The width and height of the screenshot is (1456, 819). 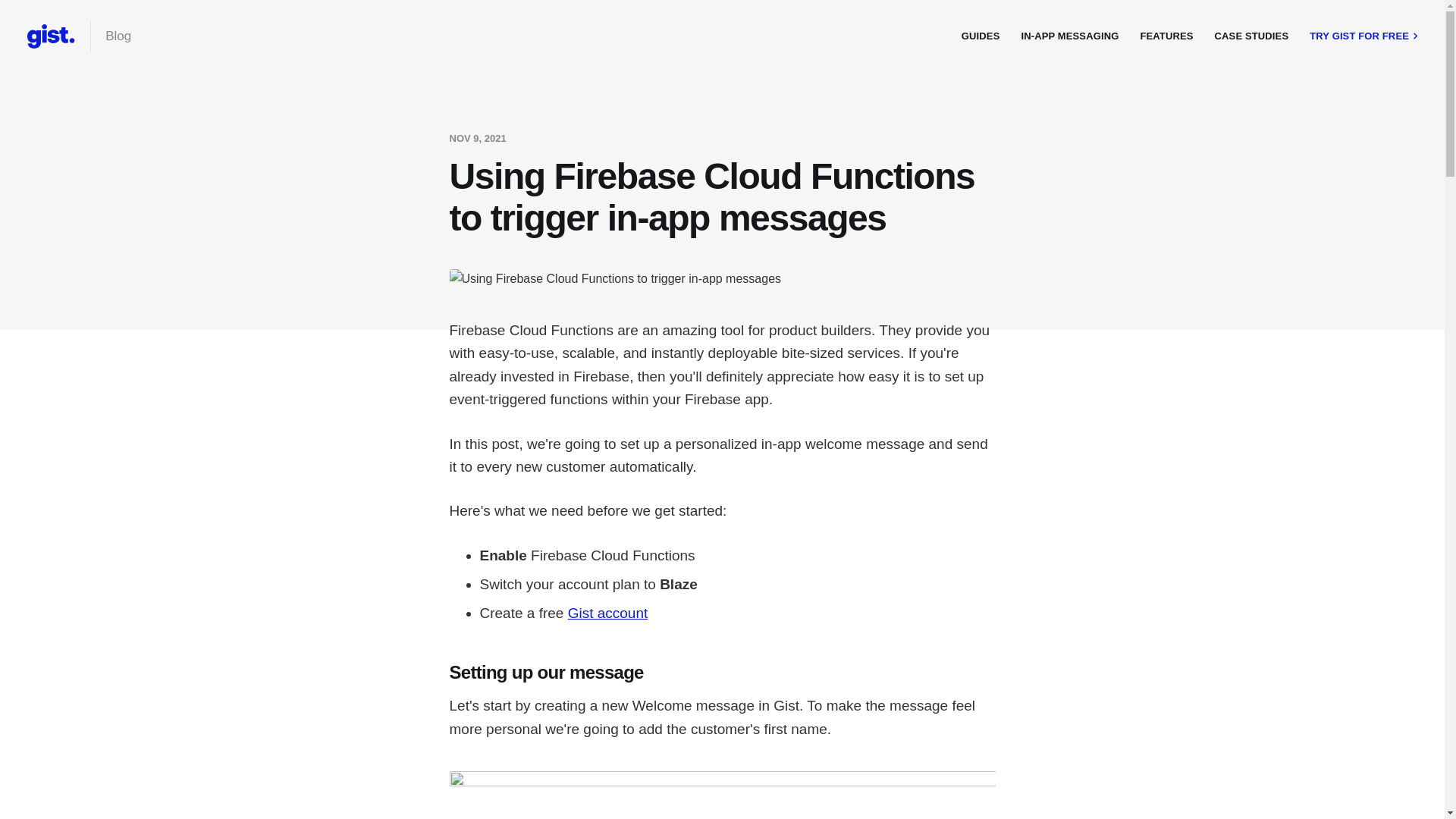 I want to click on 'Gist account', so click(x=607, y=612).